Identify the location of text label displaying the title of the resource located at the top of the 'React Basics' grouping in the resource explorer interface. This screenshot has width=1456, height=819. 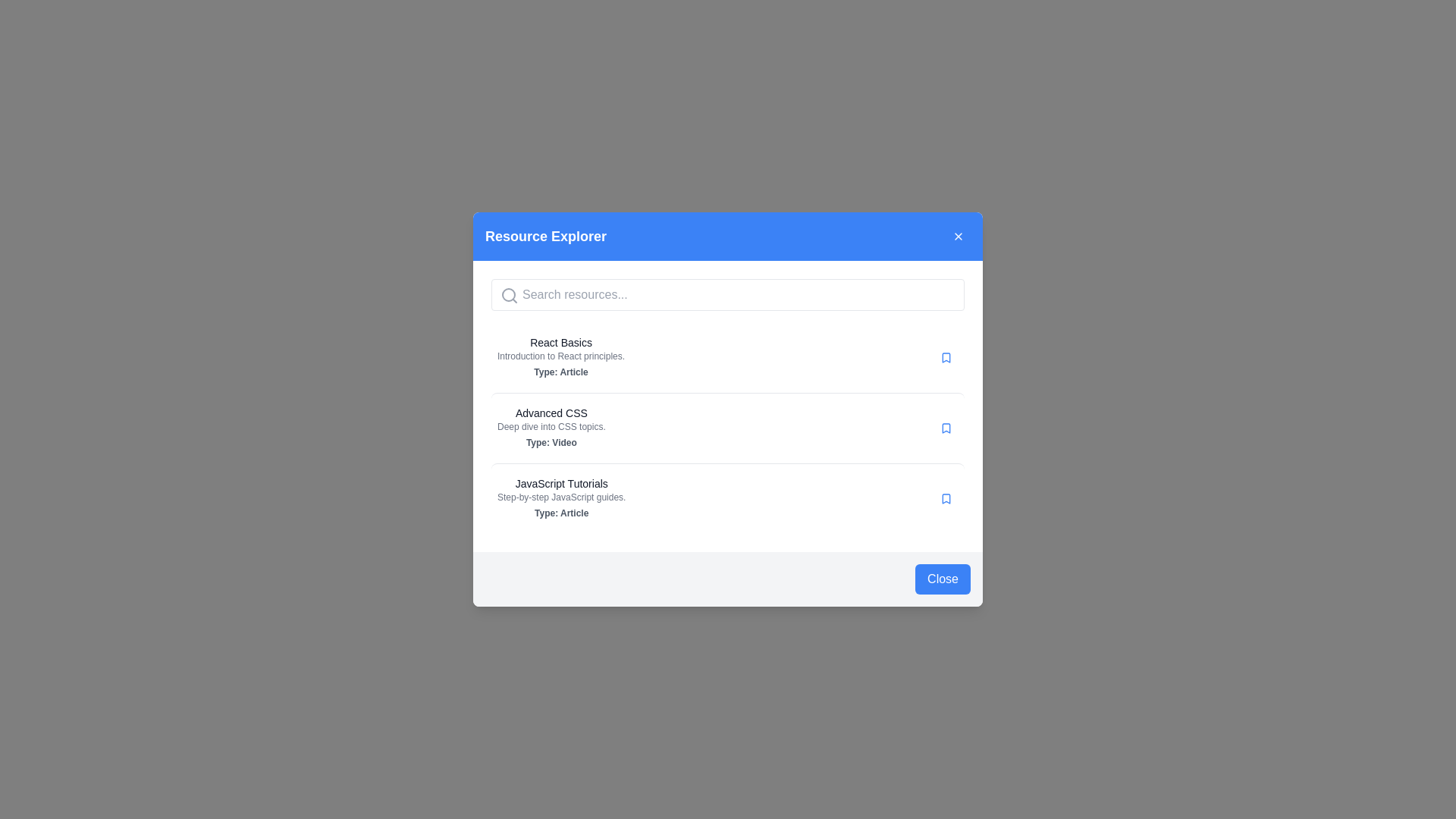
(560, 342).